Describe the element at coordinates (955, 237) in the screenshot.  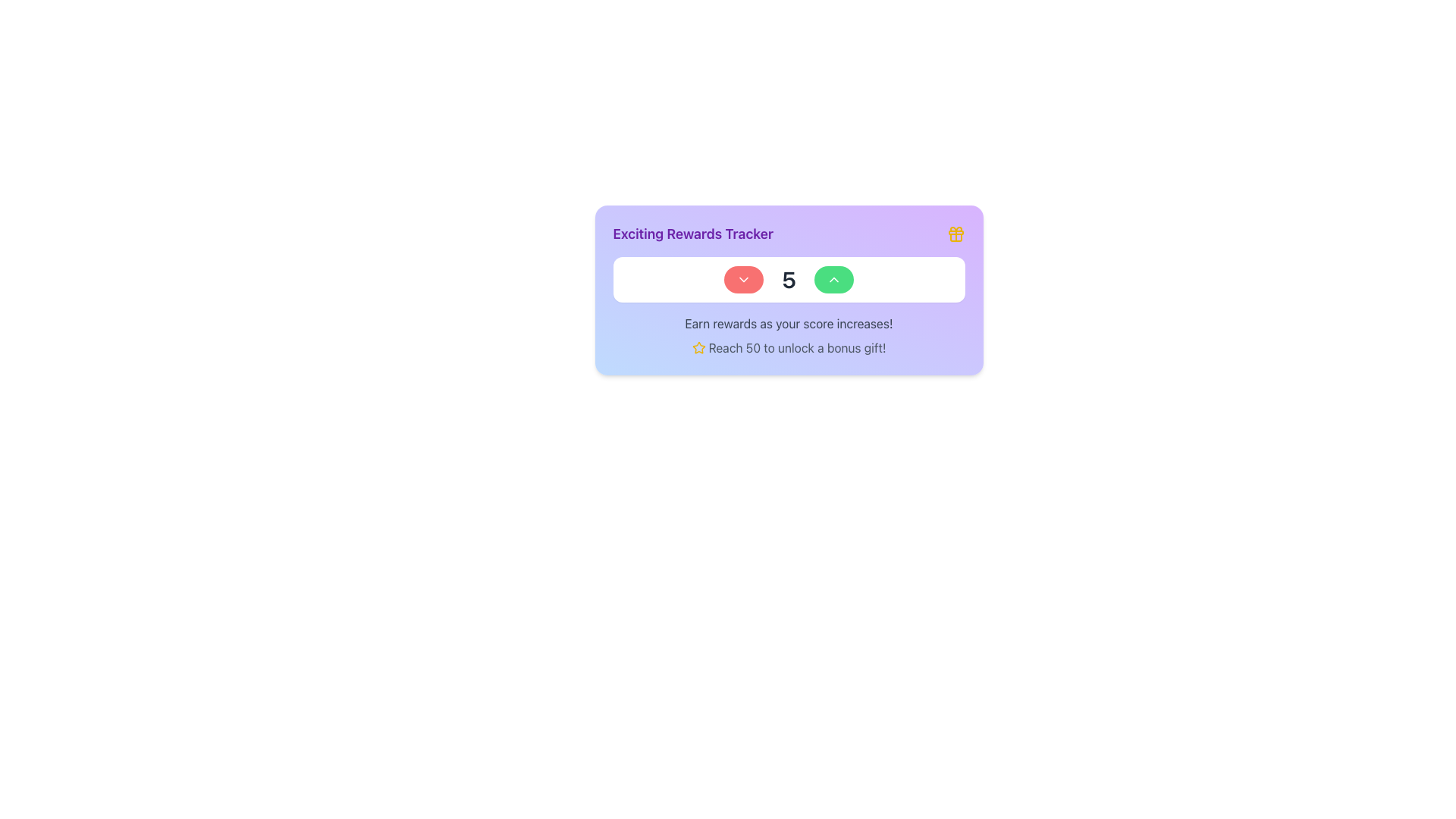
I see `the bottom graphical segment of the gift box icon located in the top-right corner of the UI card` at that location.